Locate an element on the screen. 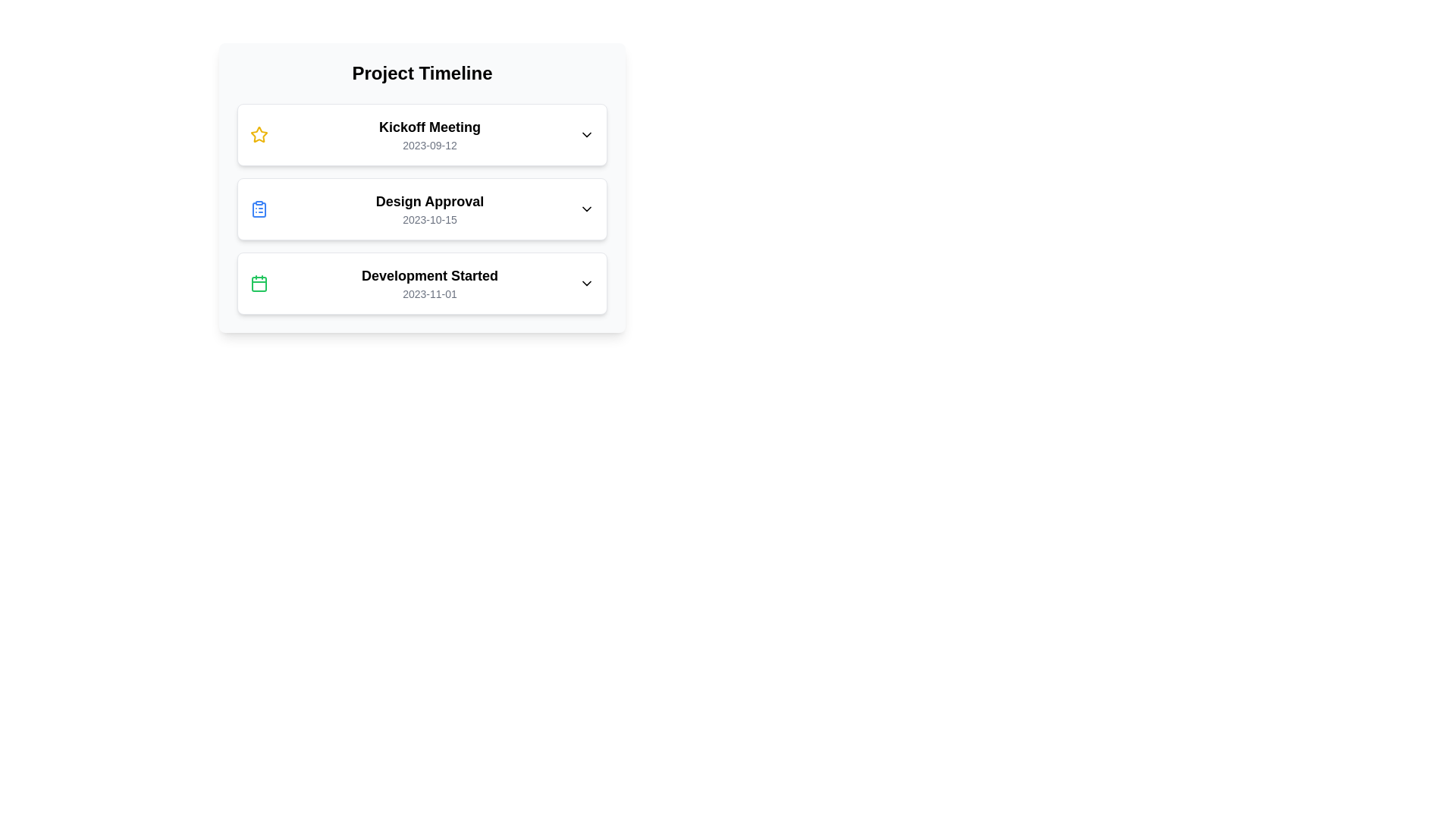 The image size is (1456, 819). the green calendar icon located to the left of the 'Development Started' title in the 'Project Timeline' section is located at coordinates (259, 284).